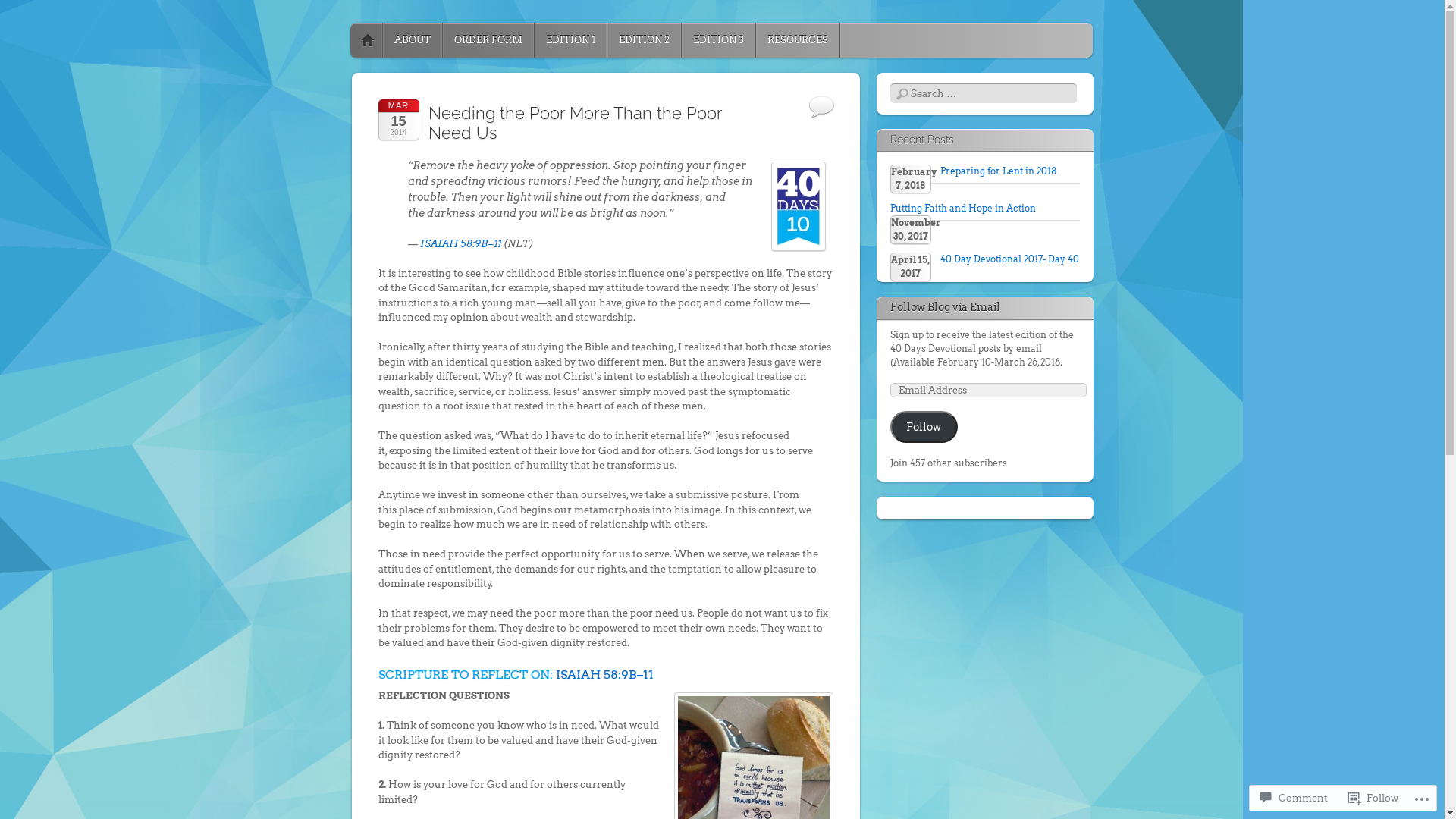 This screenshot has width=1456, height=819. Describe the element at coordinates (1009, 258) in the screenshot. I see `'40 Day Devotional 2017- Day 40'` at that location.